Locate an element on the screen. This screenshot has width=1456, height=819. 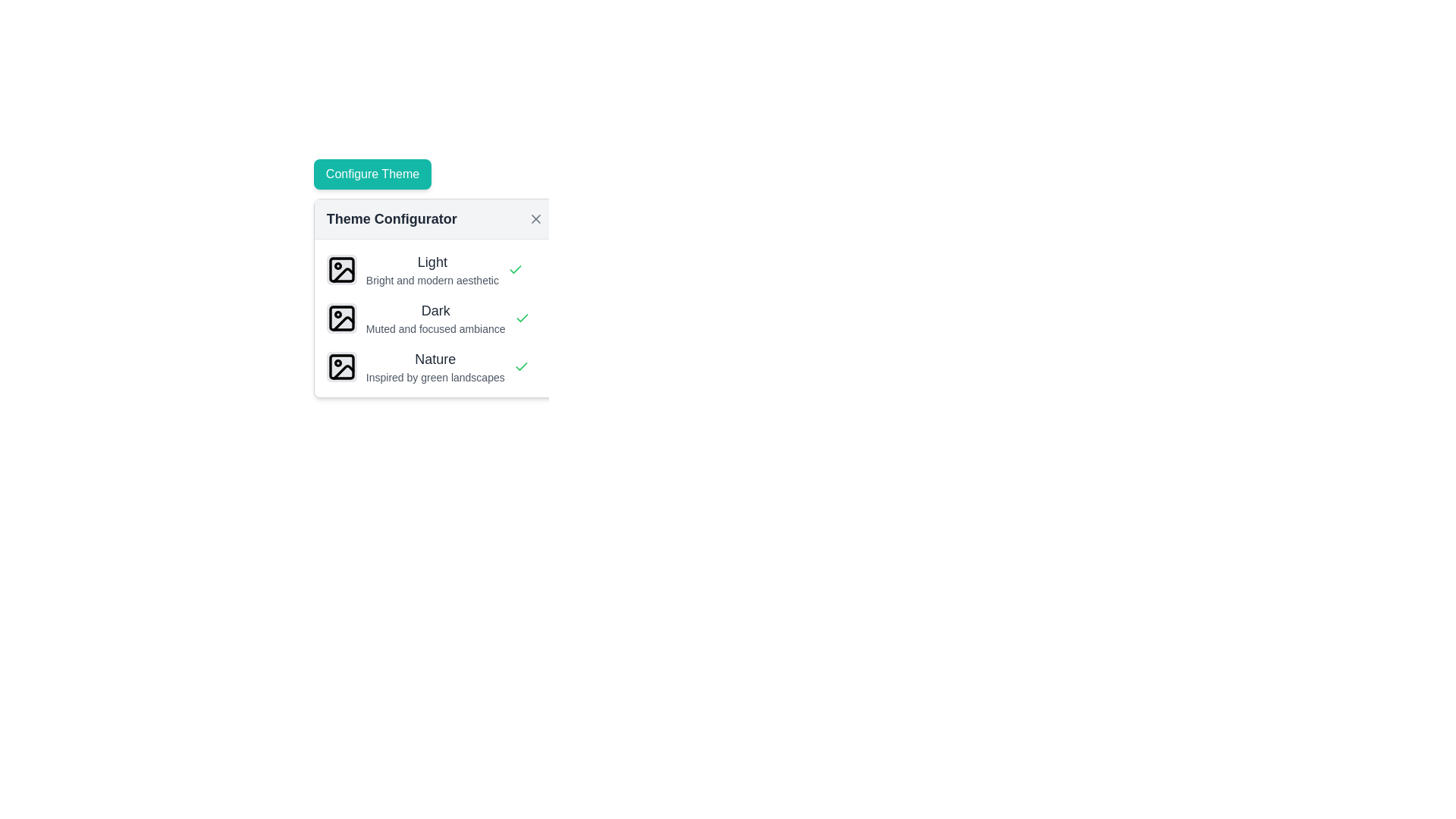
the 'Nature' theme icon in the Theme Configurator panel, which is the third item in the list and has a red border is located at coordinates (340, 366).